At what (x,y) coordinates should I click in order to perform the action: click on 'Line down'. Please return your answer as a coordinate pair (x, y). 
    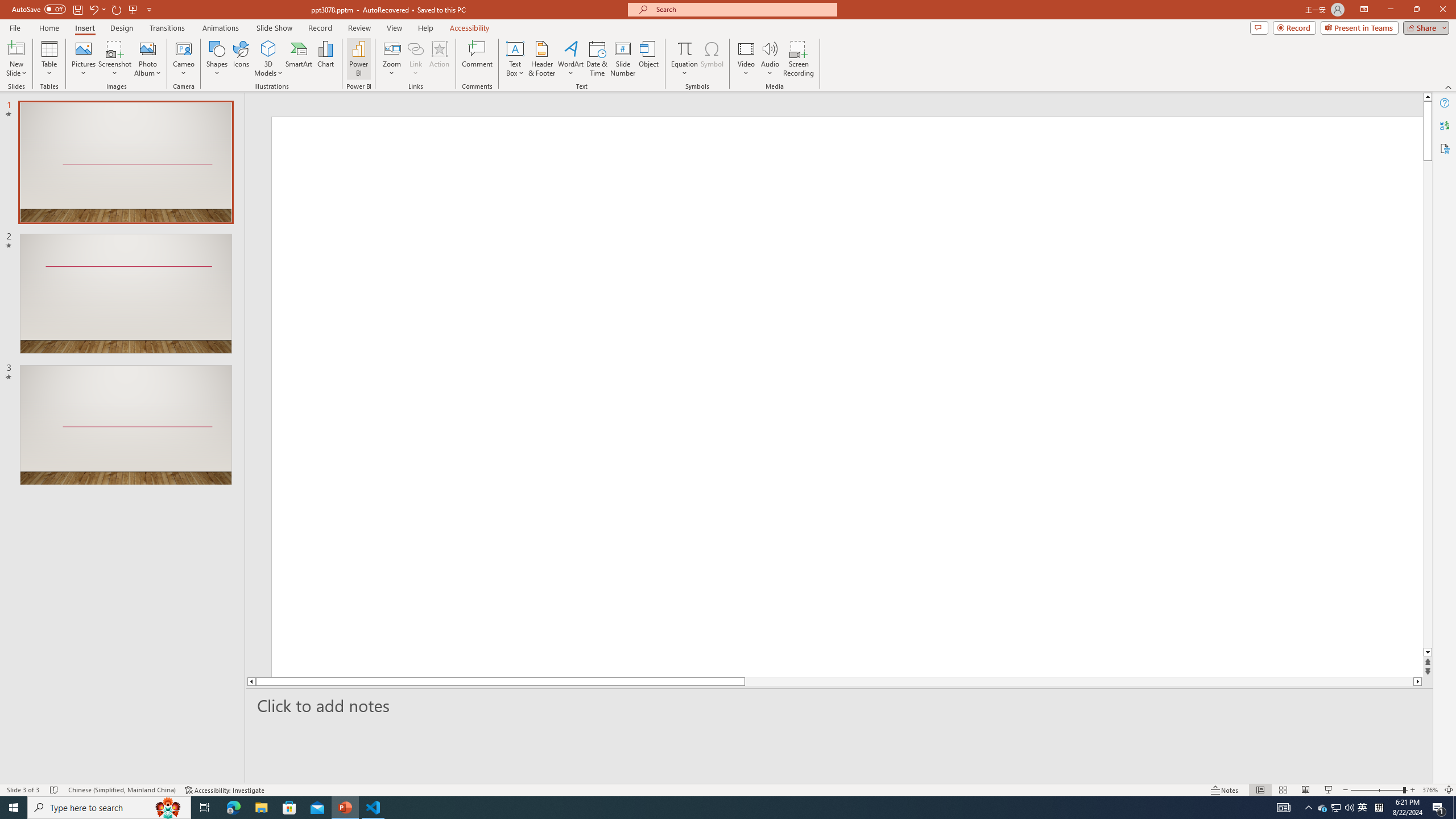
    Looking at the image, I should click on (1428, 652).